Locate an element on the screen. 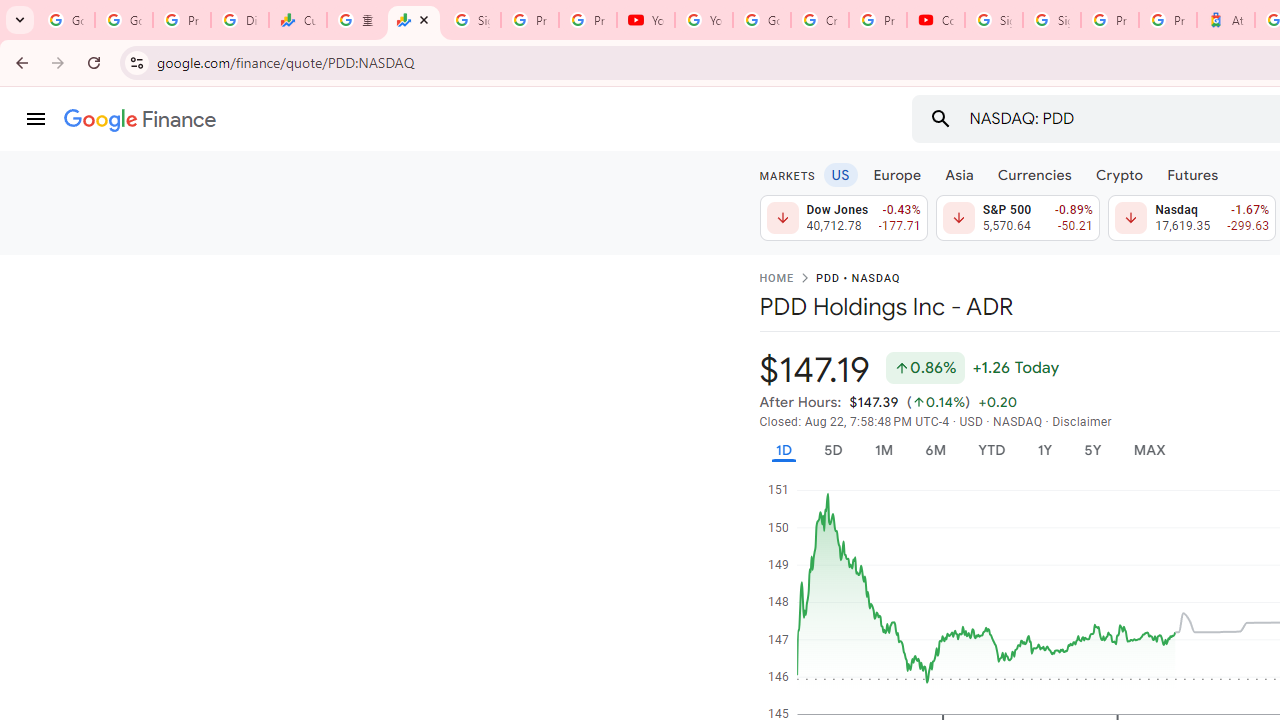 This screenshot has width=1280, height=720. 'YouTube' is located at coordinates (645, 20).